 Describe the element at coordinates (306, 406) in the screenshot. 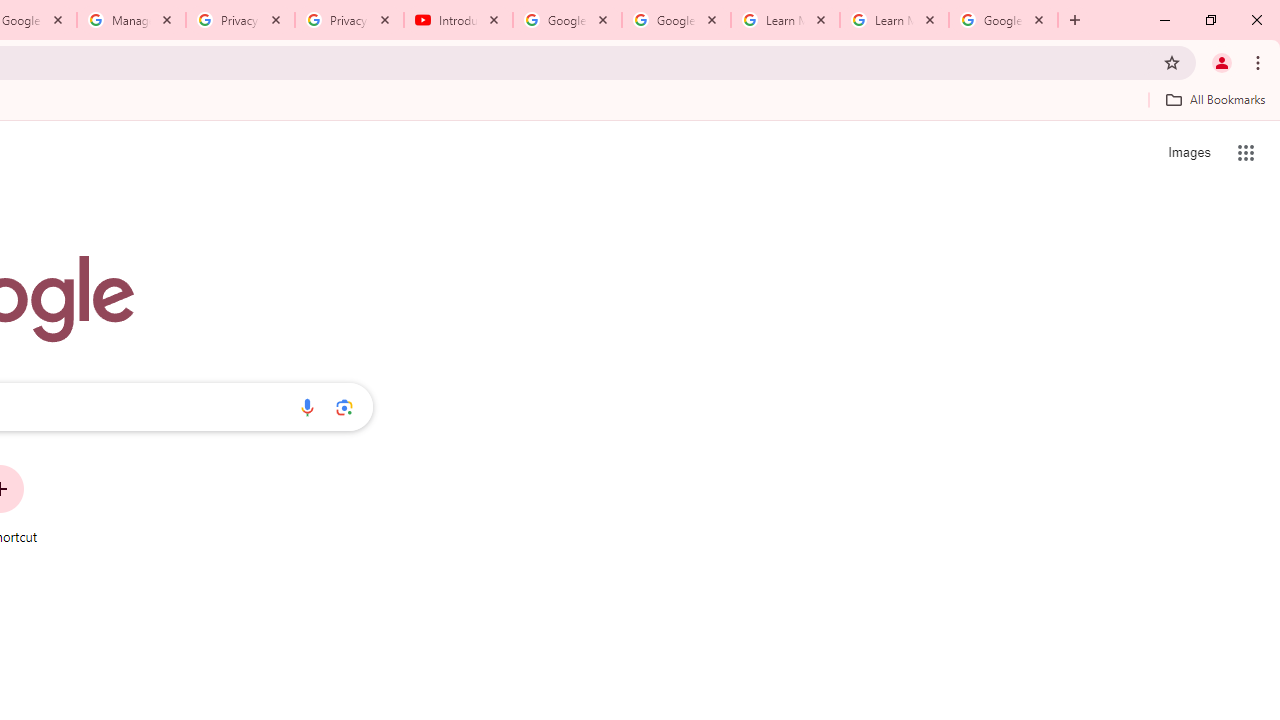

I see `'Search by voice'` at that location.